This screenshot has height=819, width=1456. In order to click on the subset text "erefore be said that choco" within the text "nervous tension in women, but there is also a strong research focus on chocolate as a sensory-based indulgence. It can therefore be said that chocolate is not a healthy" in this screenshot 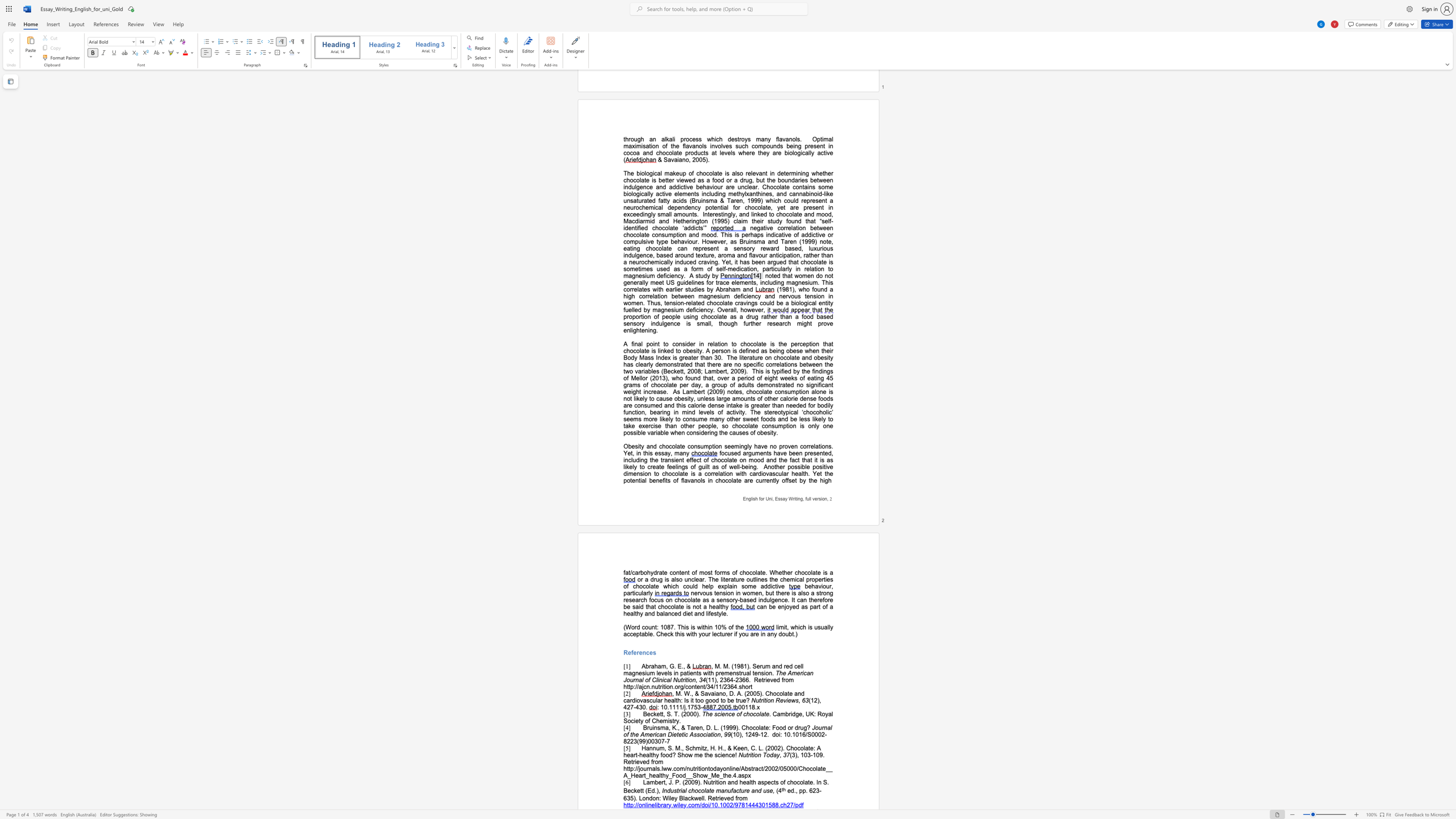, I will do `click(813, 600)`.